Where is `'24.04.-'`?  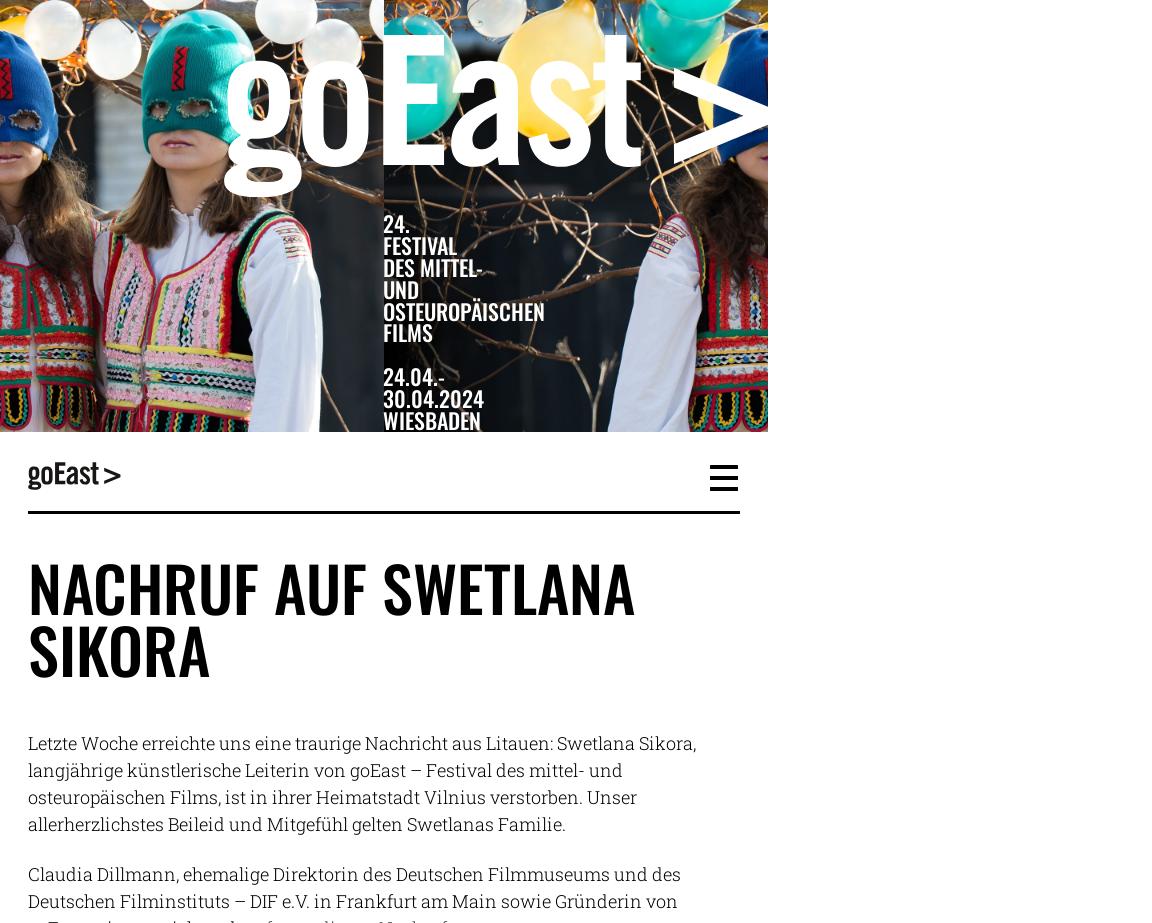 '24.04.-' is located at coordinates (413, 376).